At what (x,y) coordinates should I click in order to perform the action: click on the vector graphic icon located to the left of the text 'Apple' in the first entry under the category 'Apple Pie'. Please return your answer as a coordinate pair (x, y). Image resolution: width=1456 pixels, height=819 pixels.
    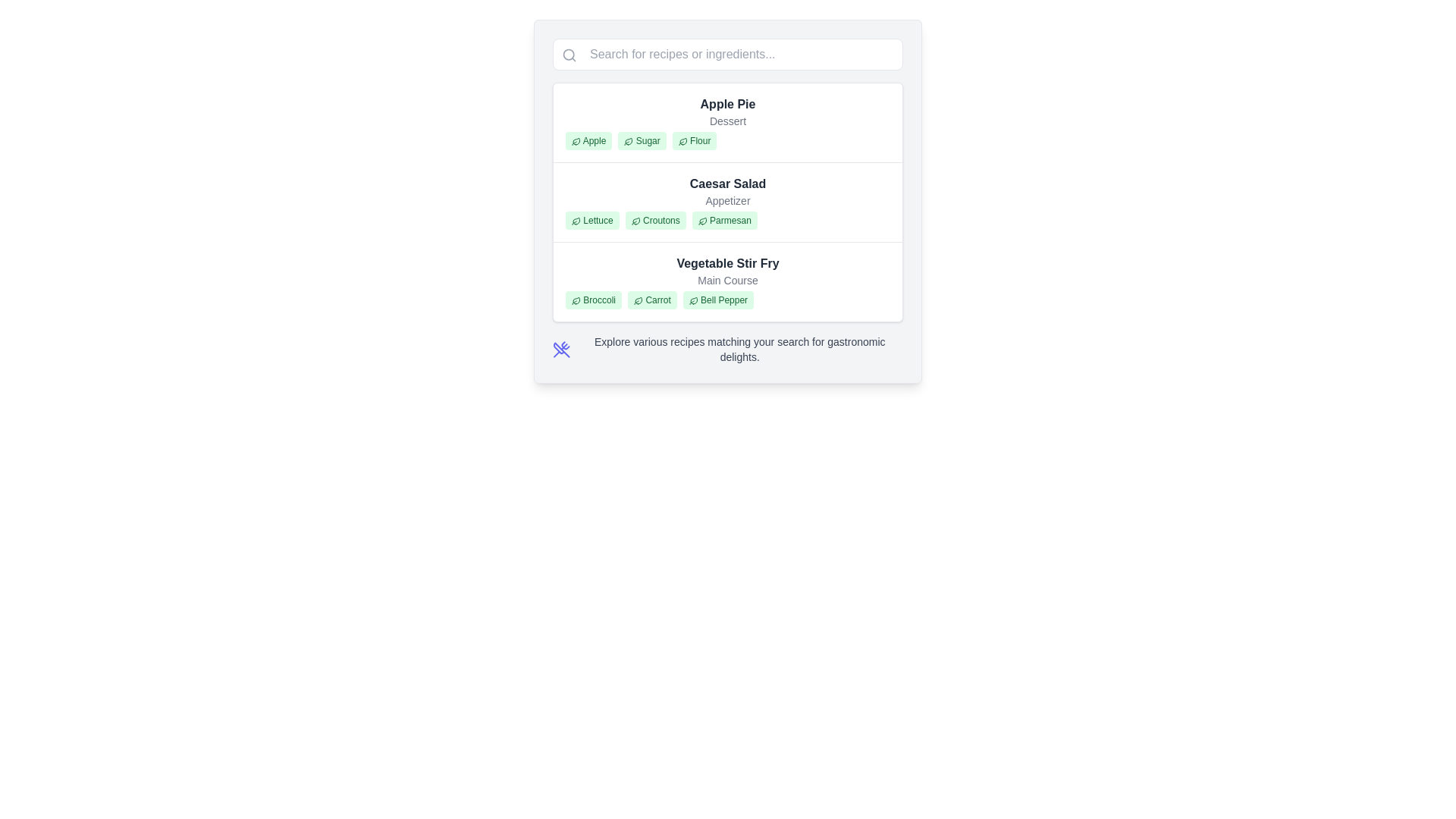
    Looking at the image, I should click on (576, 141).